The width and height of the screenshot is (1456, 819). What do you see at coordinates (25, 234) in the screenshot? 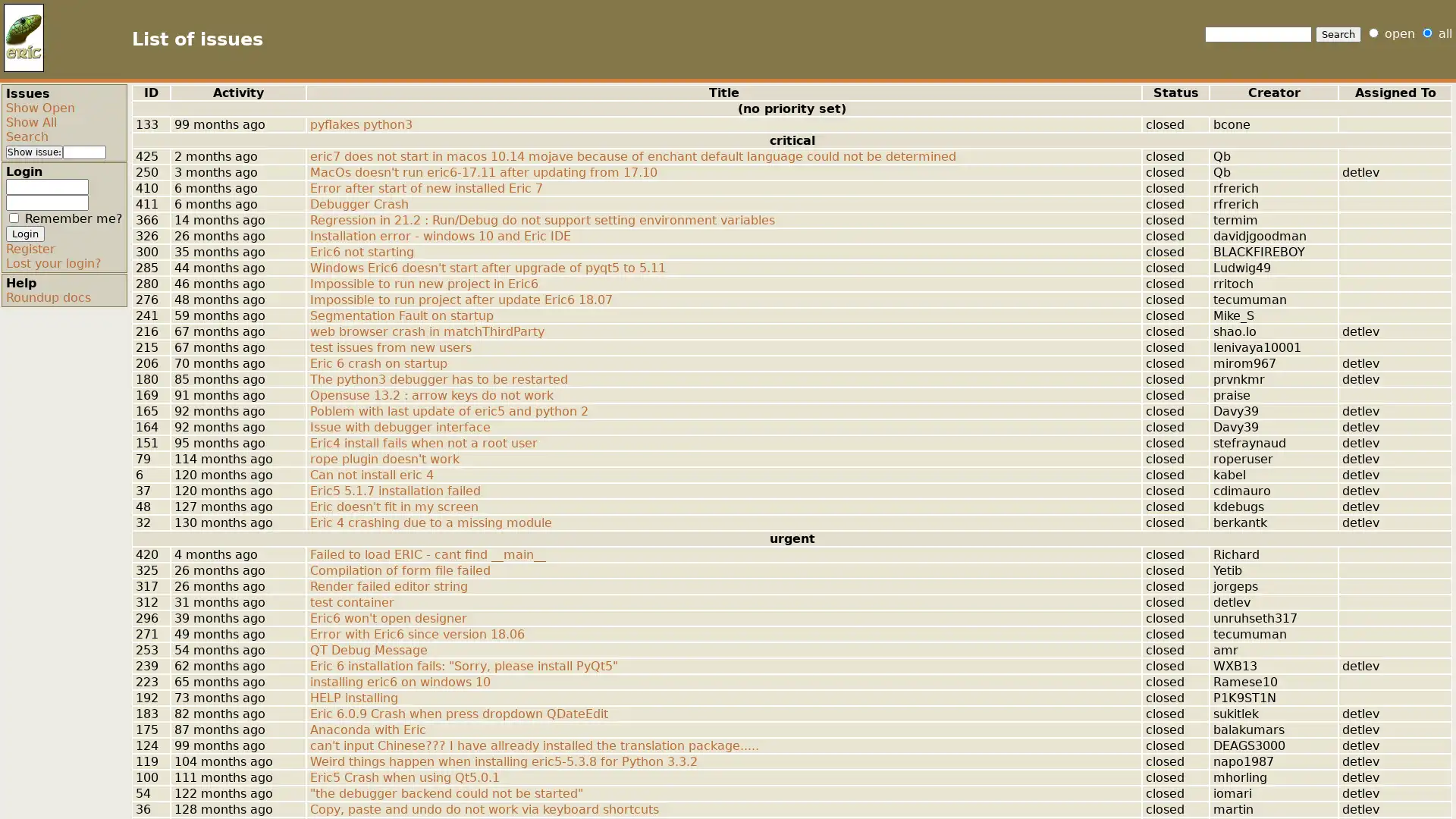
I see `Login` at bounding box center [25, 234].